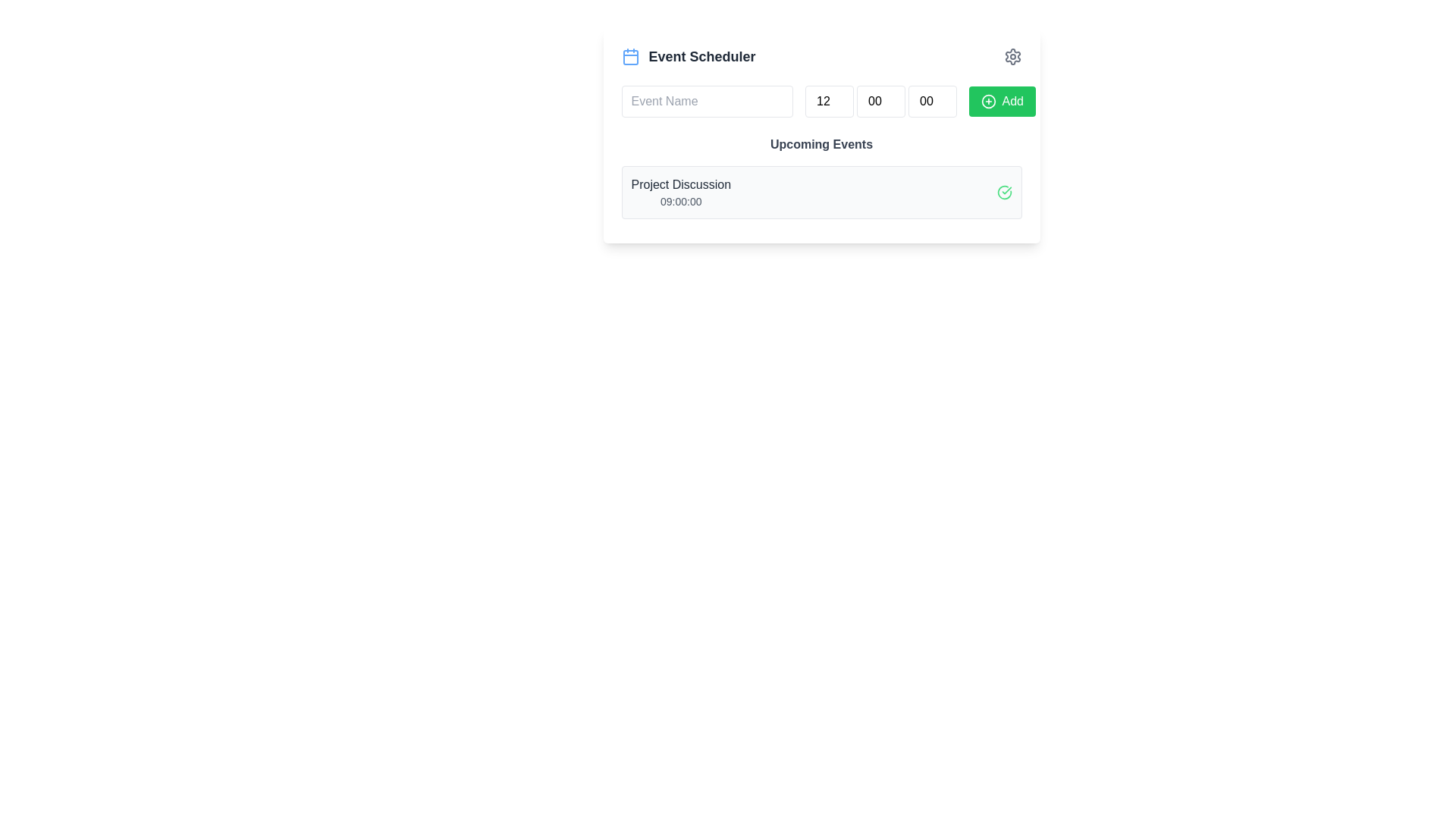 This screenshot has width=1456, height=819. What do you see at coordinates (828, 102) in the screenshot?
I see `the rectangular number input field with a white background and gray outline in the 'Event Scheduler' module to focus it` at bounding box center [828, 102].